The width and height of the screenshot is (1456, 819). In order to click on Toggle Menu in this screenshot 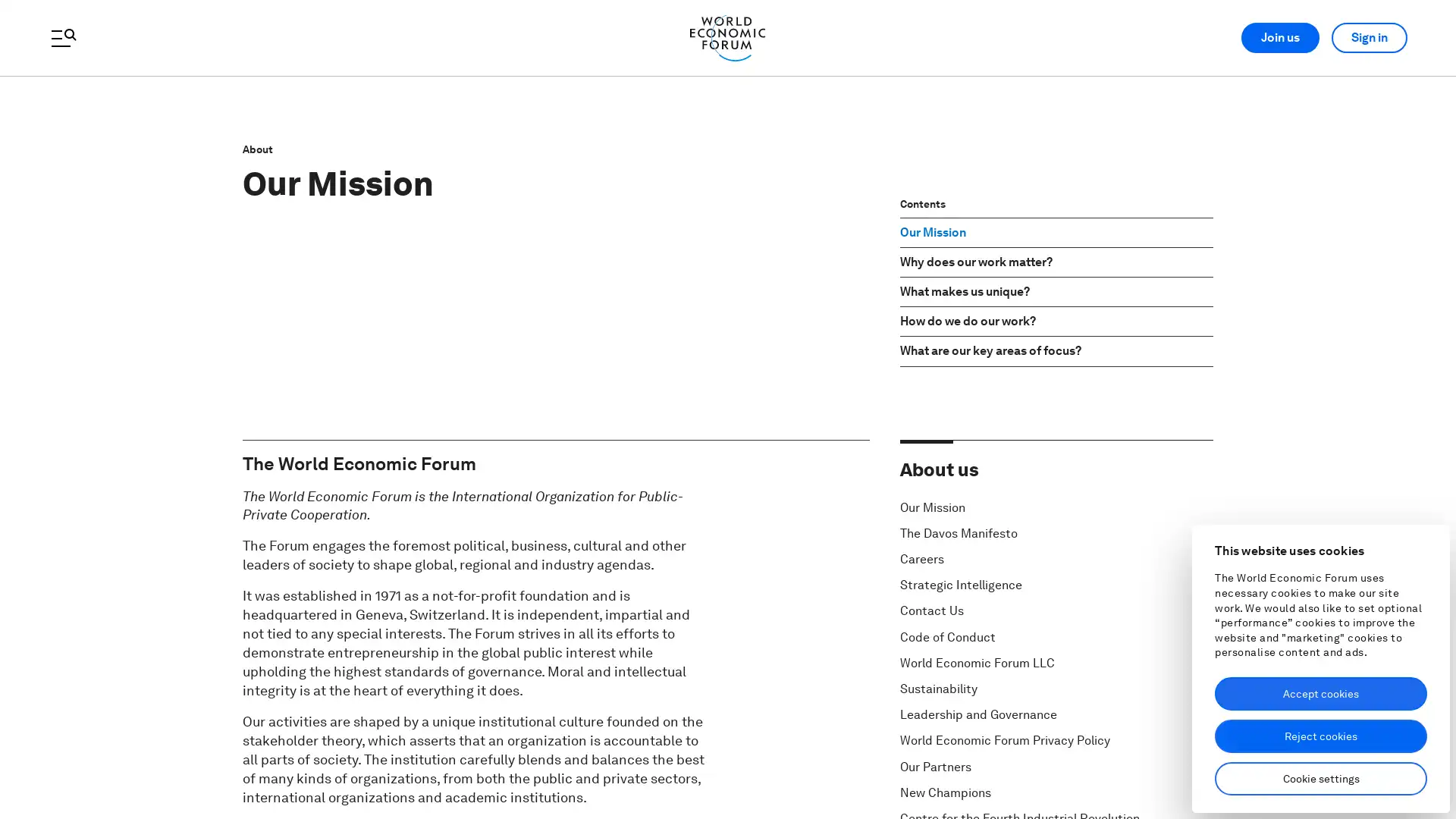, I will do `click(62, 37)`.